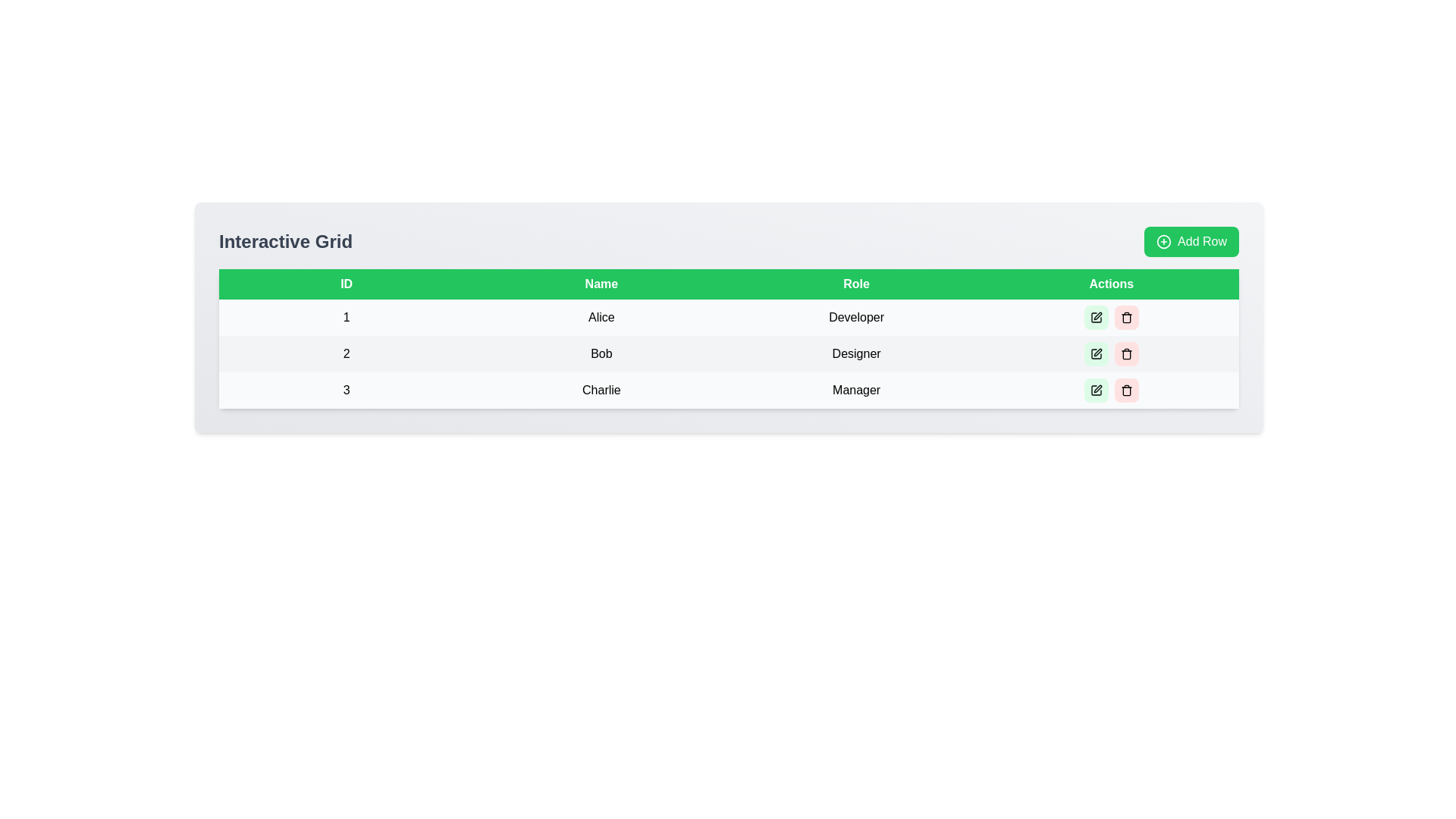 This screenshot has width=1456, height=819. I want to click on the static text display element that shows the name 'Bob' in the second row of the tabular dataset under the 'Name' column, so click(601, 353).